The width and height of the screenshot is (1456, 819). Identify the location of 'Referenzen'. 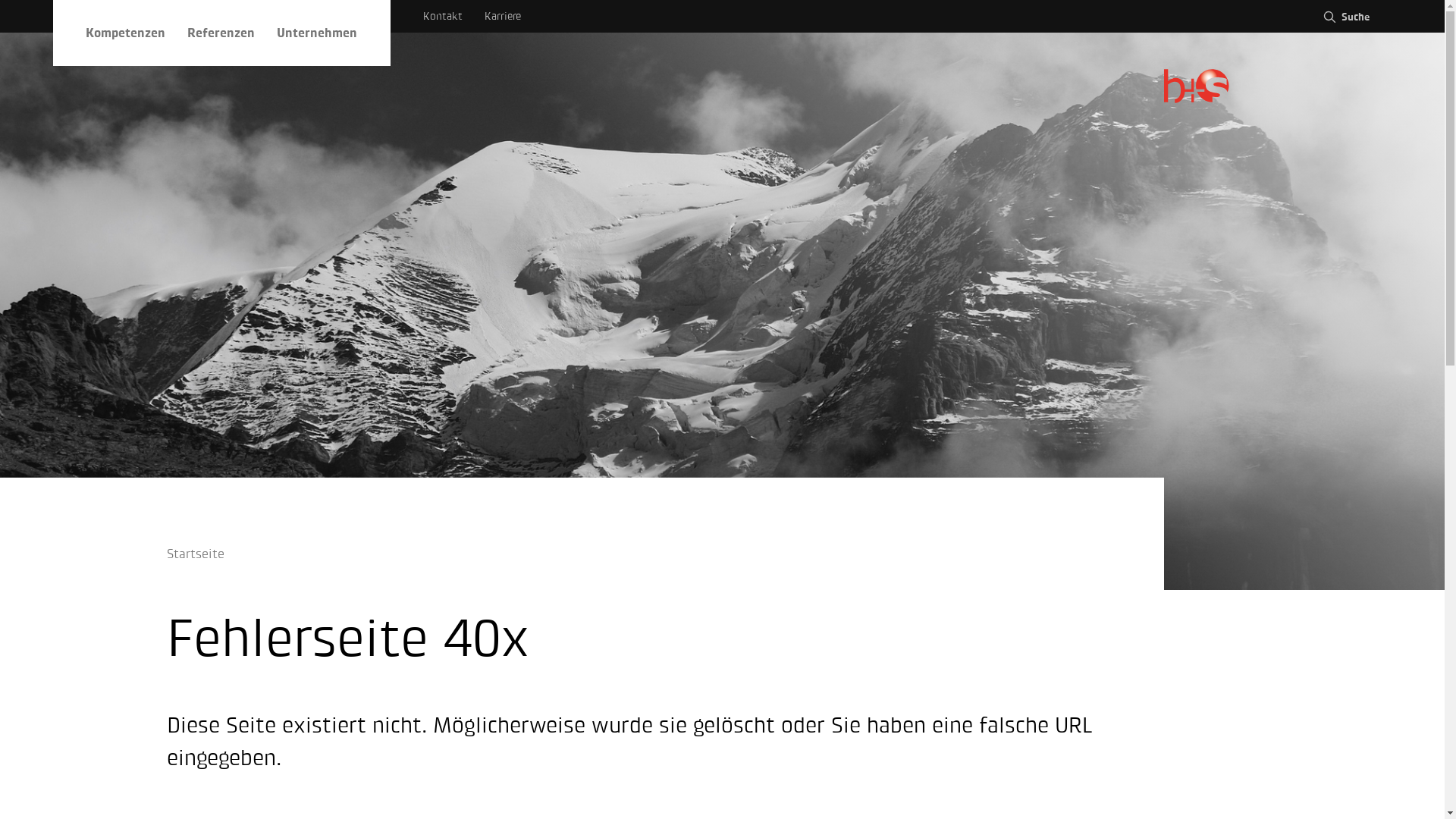
(220, 33).